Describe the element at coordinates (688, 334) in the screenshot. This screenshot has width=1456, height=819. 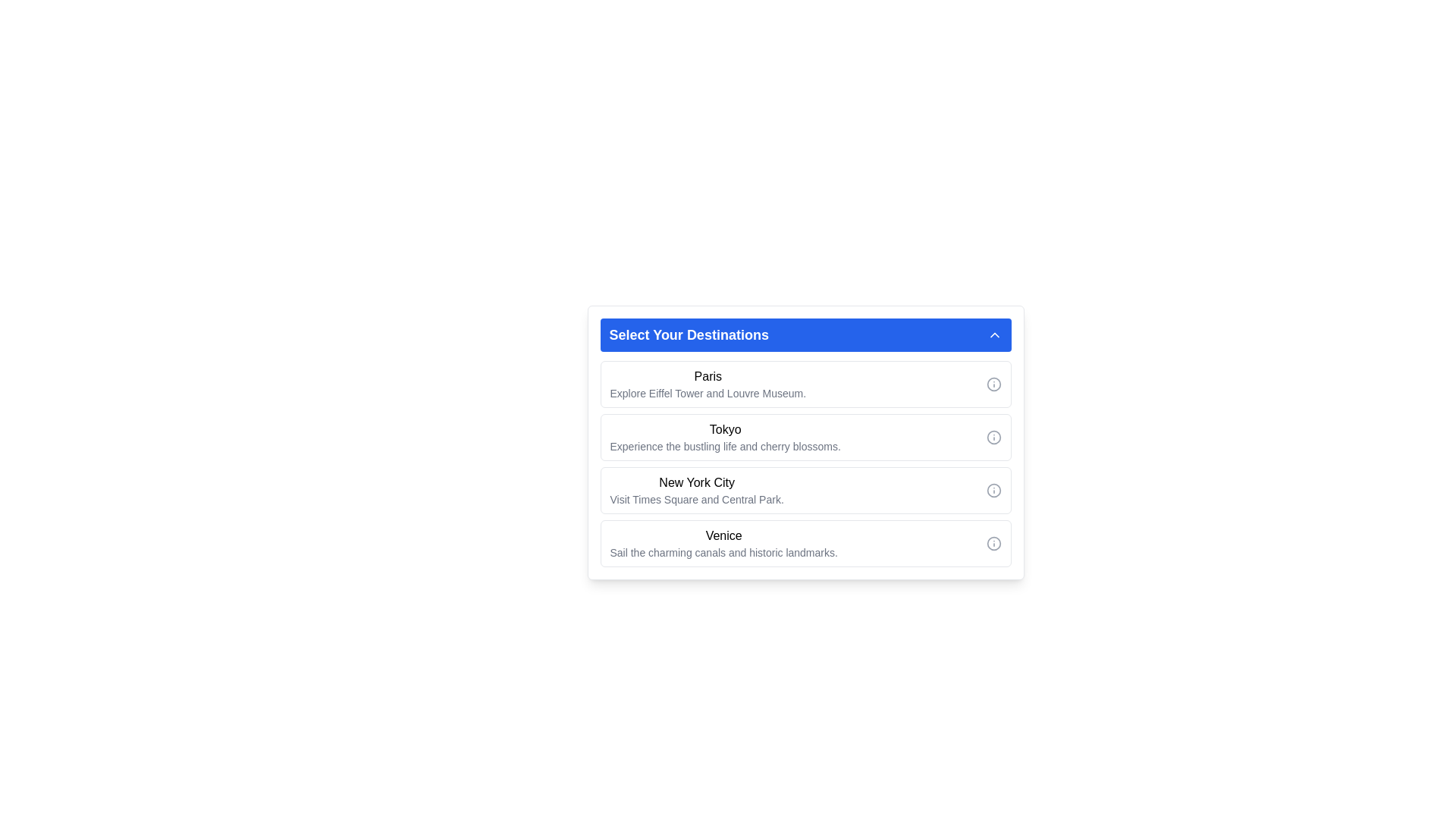
I see `the text label saying 'Select Your Destinations' which is styled in bold font and larger size, centered within a blue rectangle` at that location.